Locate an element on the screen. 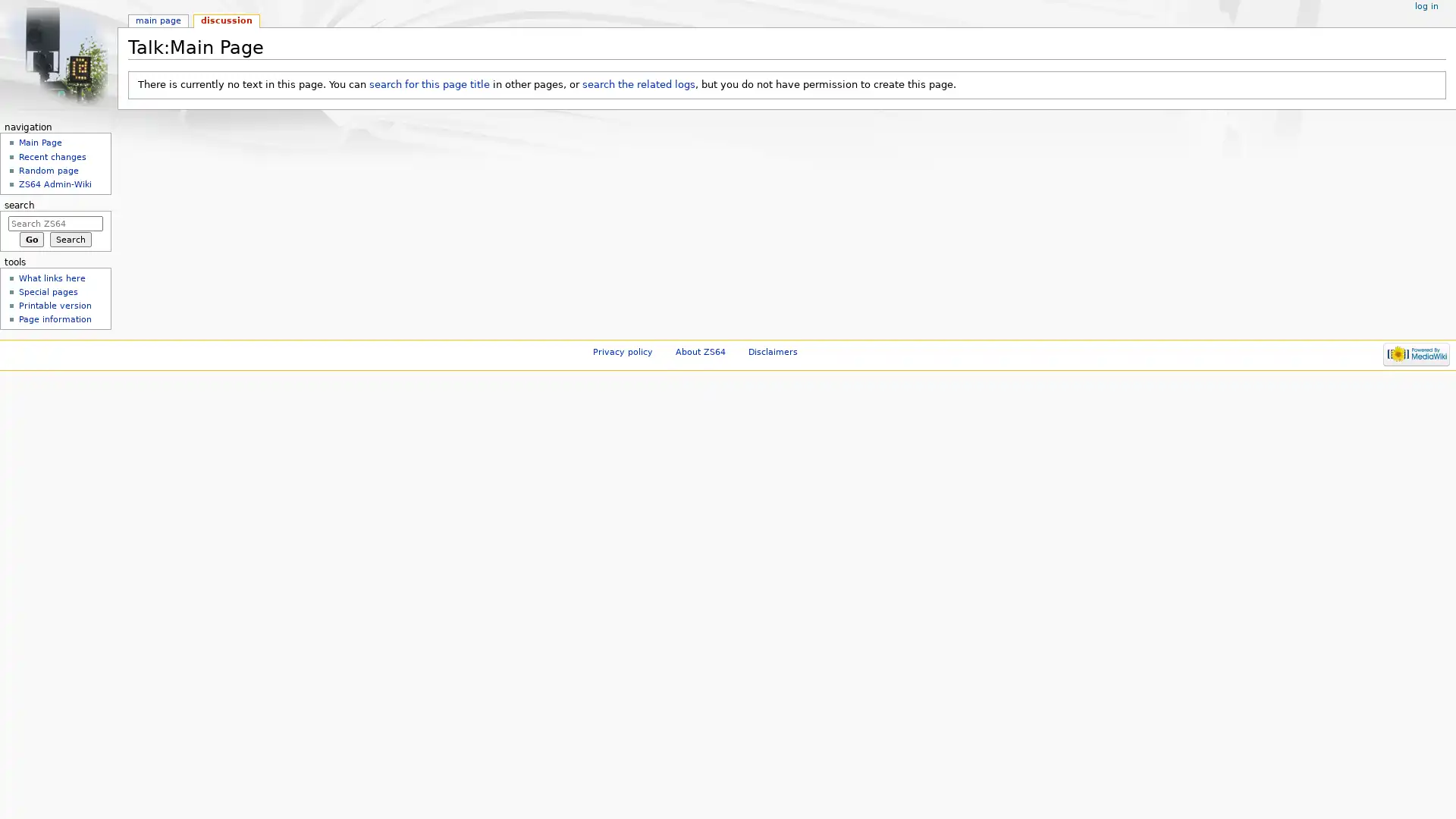  Go is located at coordinates (31, 239).